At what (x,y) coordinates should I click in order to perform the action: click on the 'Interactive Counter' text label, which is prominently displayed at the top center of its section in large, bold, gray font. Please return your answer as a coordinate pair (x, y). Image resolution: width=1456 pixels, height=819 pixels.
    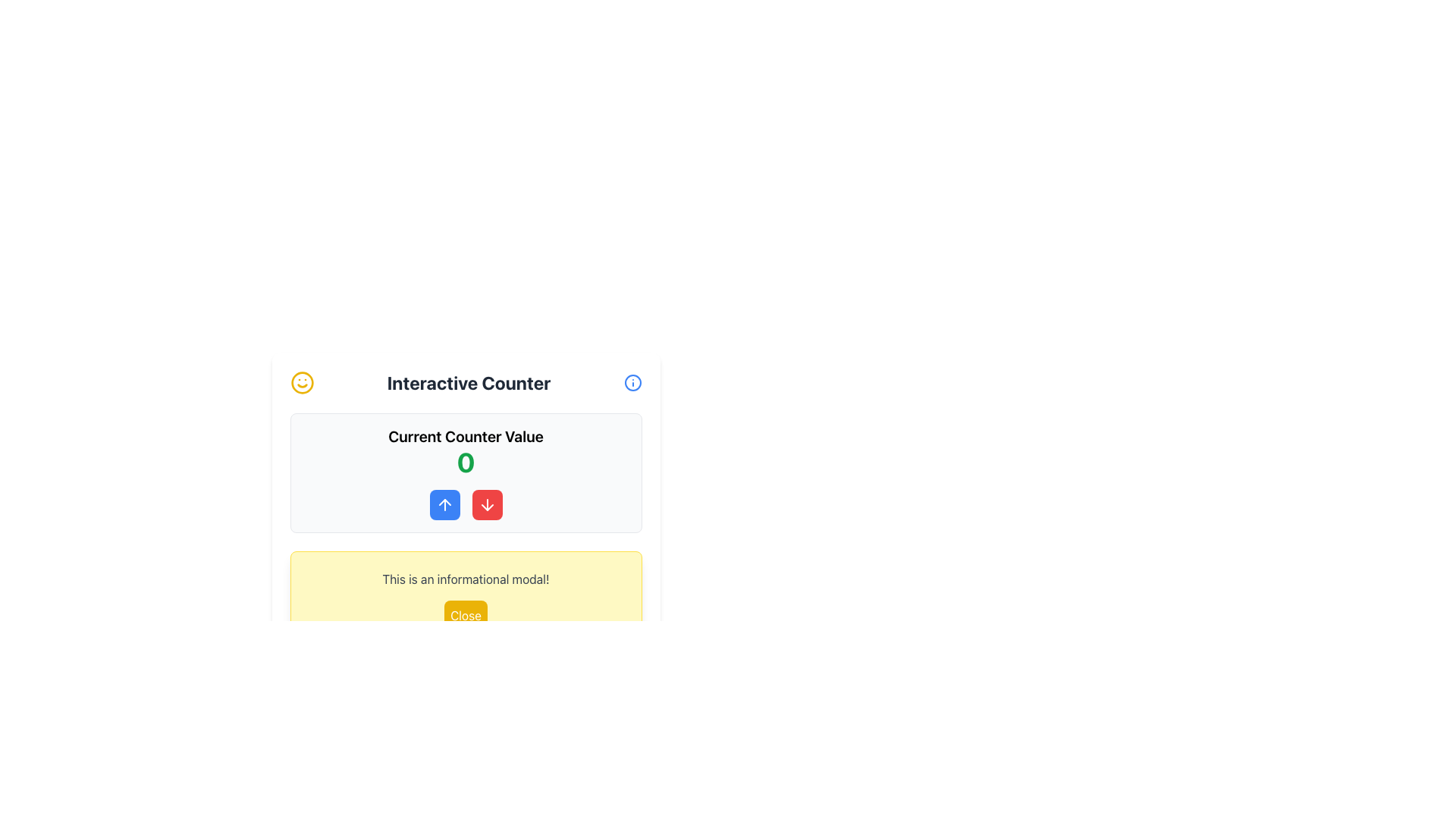
    Looking at the image, I should click on (468, 382).